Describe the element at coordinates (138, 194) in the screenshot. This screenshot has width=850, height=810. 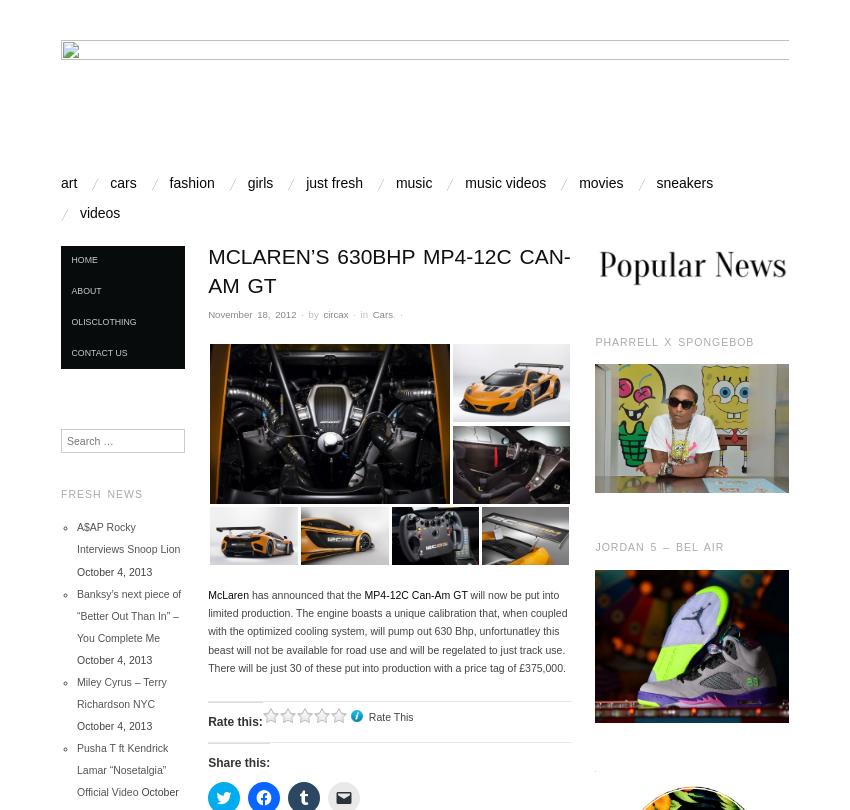
I see `'Main Menu'` at that location.